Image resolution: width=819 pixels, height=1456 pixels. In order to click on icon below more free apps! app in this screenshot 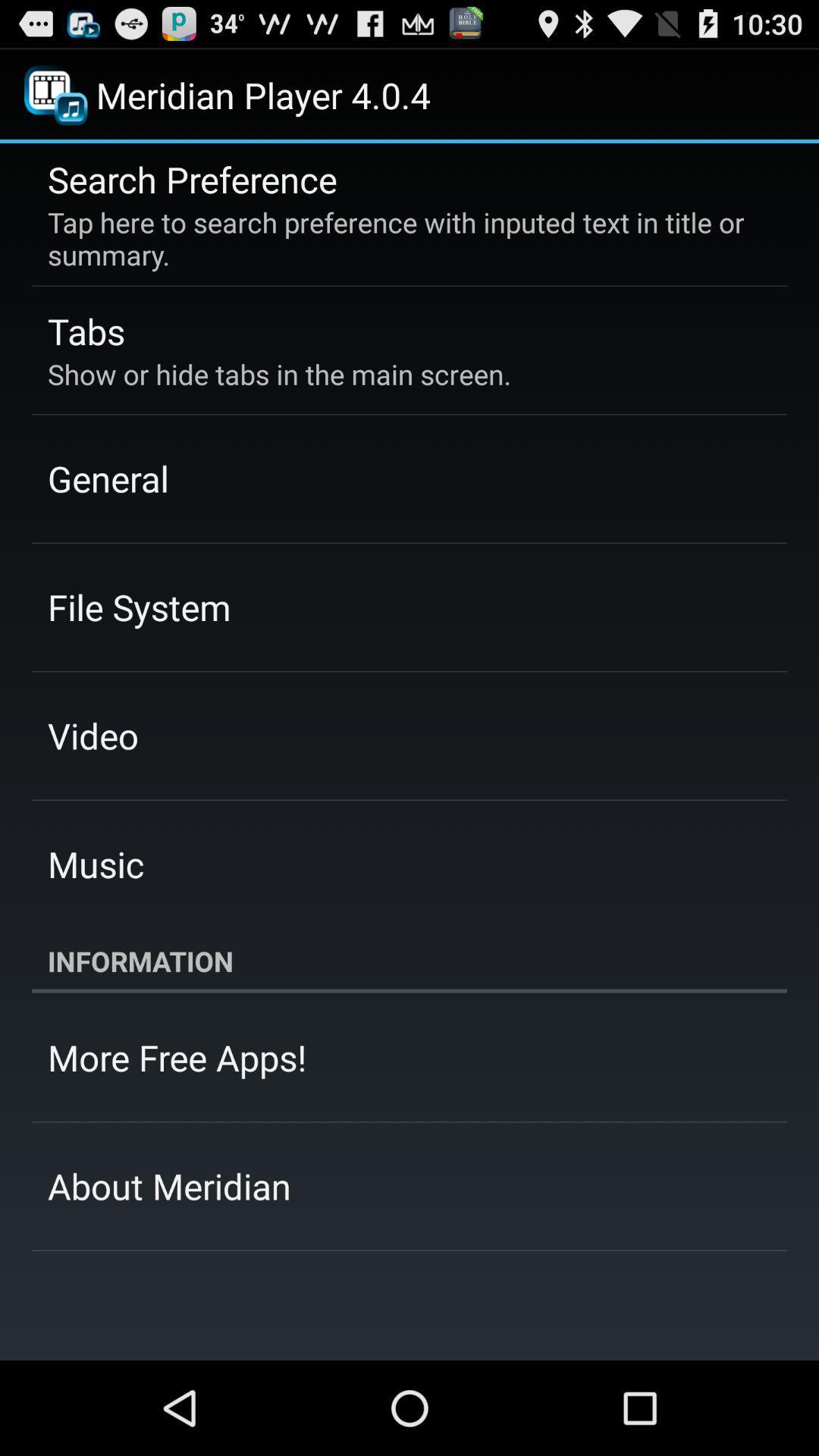, I will do `click(169, 1185)`.